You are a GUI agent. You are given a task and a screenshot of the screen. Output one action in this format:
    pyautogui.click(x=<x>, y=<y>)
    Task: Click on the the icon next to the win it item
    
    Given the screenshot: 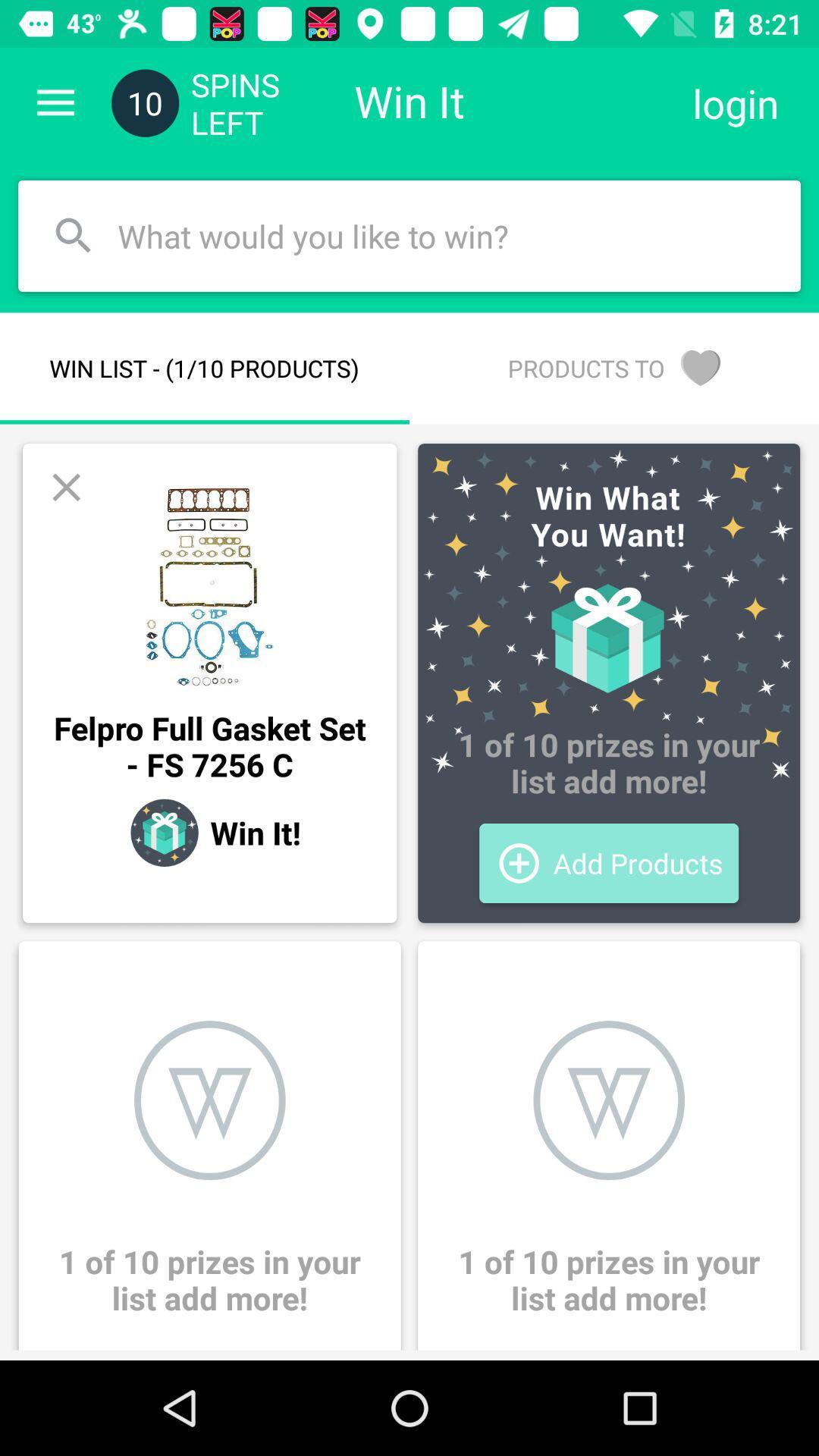 What is the action you would take?
    pyautogui.click(x=735, y=102)
    